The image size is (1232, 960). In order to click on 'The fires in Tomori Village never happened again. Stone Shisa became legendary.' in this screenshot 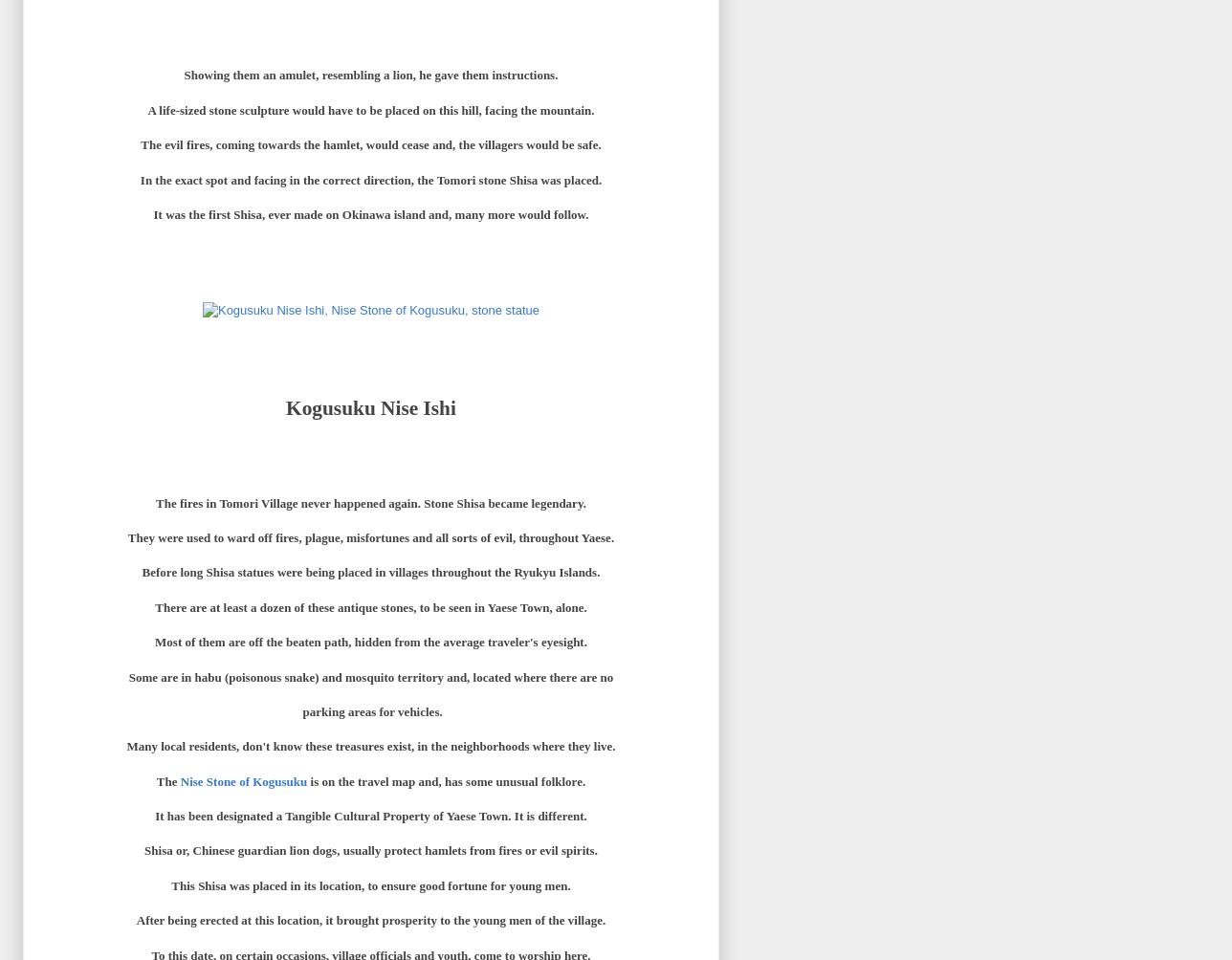, I will do `click(370, 502)`.